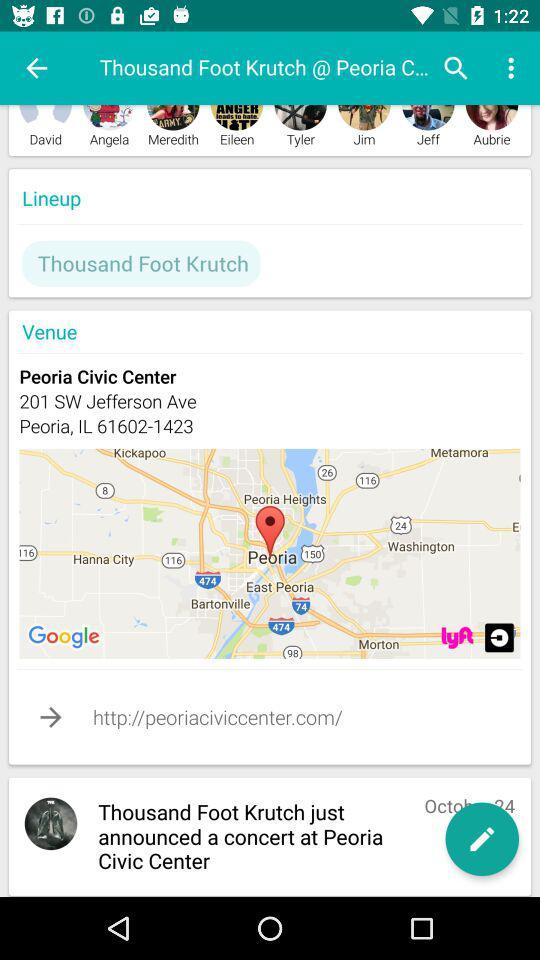 This screenshot has width=540, height=960. Describe the element at coordinates (481, 839) in the screenshot. I see `the edit icon` at that location.